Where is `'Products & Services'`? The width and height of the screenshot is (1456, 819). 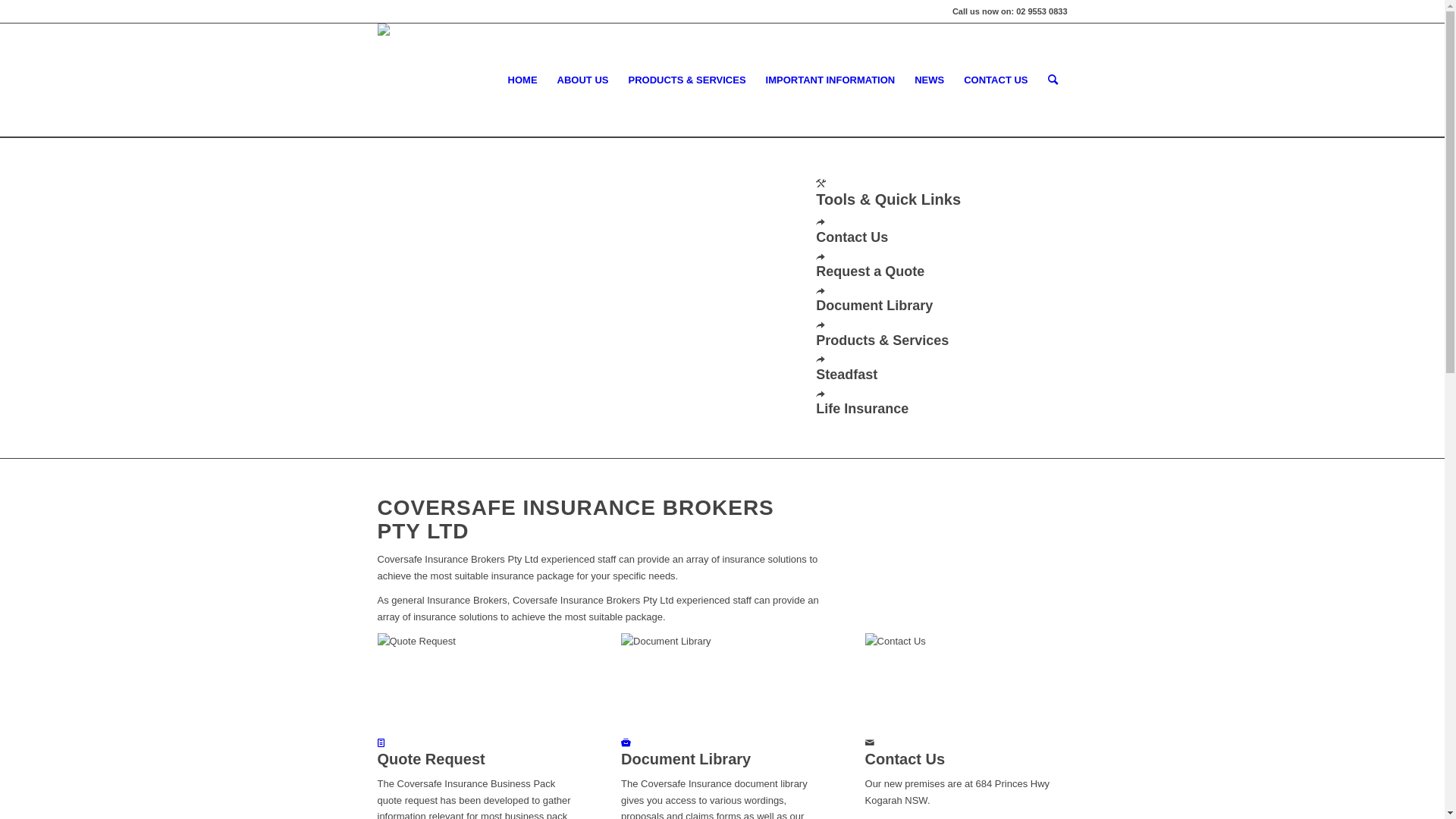
'Products & Services' is located at coordinates (882, 339).